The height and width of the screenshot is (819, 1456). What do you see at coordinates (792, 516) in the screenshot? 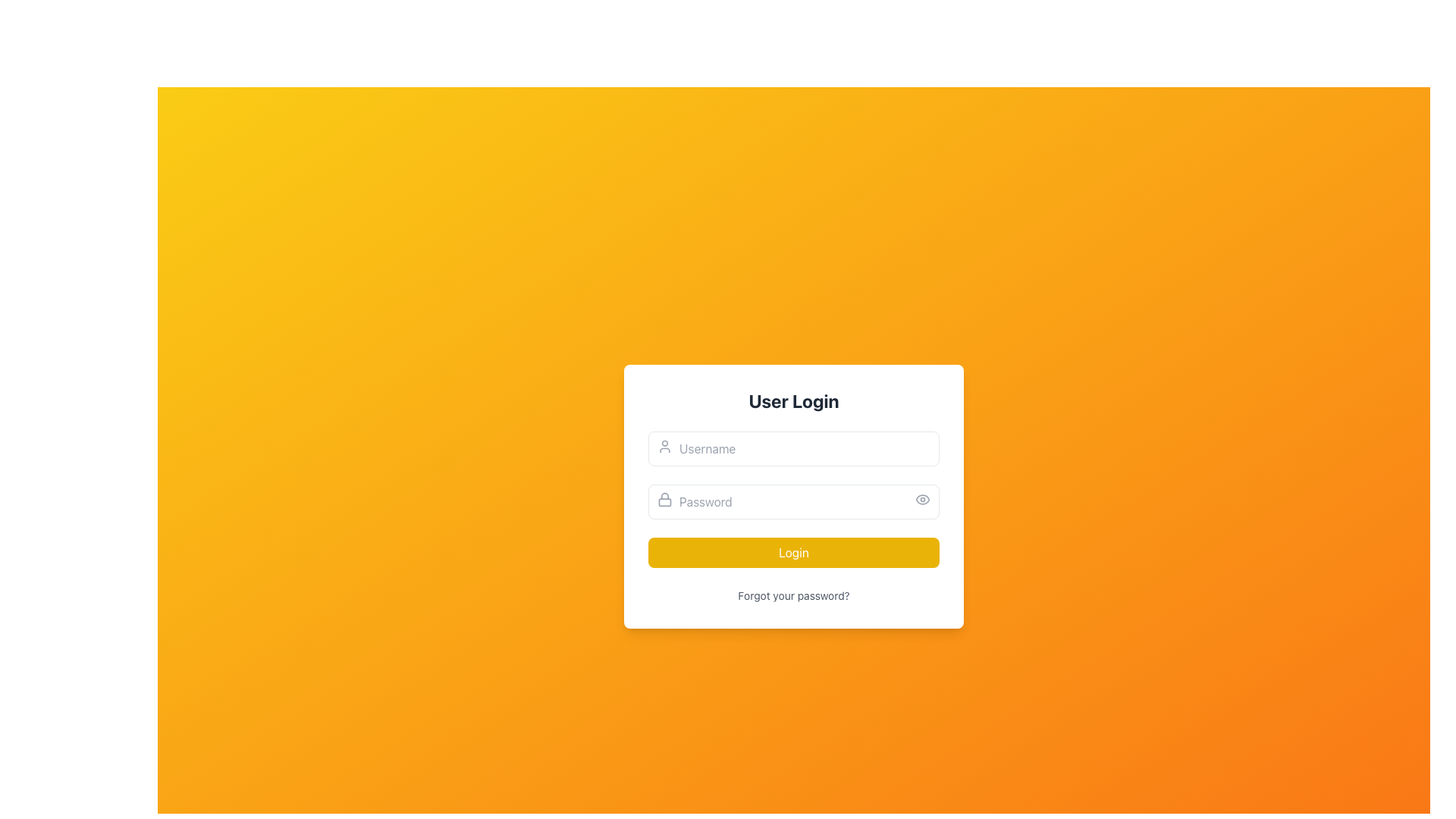
I see `the password visibility toggle located within the 'User Login' form element` at bounding box center [792, 516].